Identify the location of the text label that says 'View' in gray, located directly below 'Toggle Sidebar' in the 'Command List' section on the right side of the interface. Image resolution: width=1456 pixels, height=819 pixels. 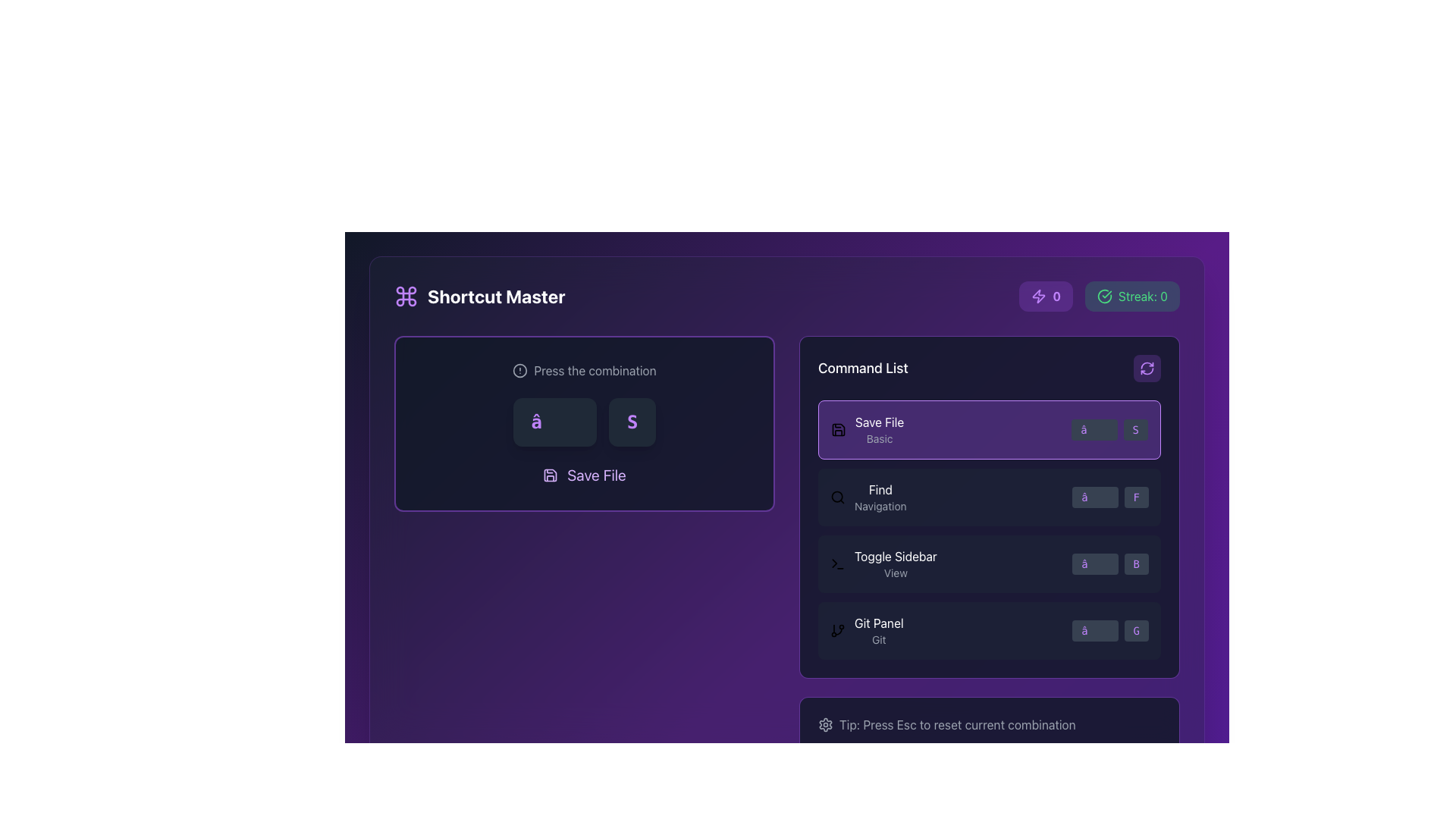
(896, 573).